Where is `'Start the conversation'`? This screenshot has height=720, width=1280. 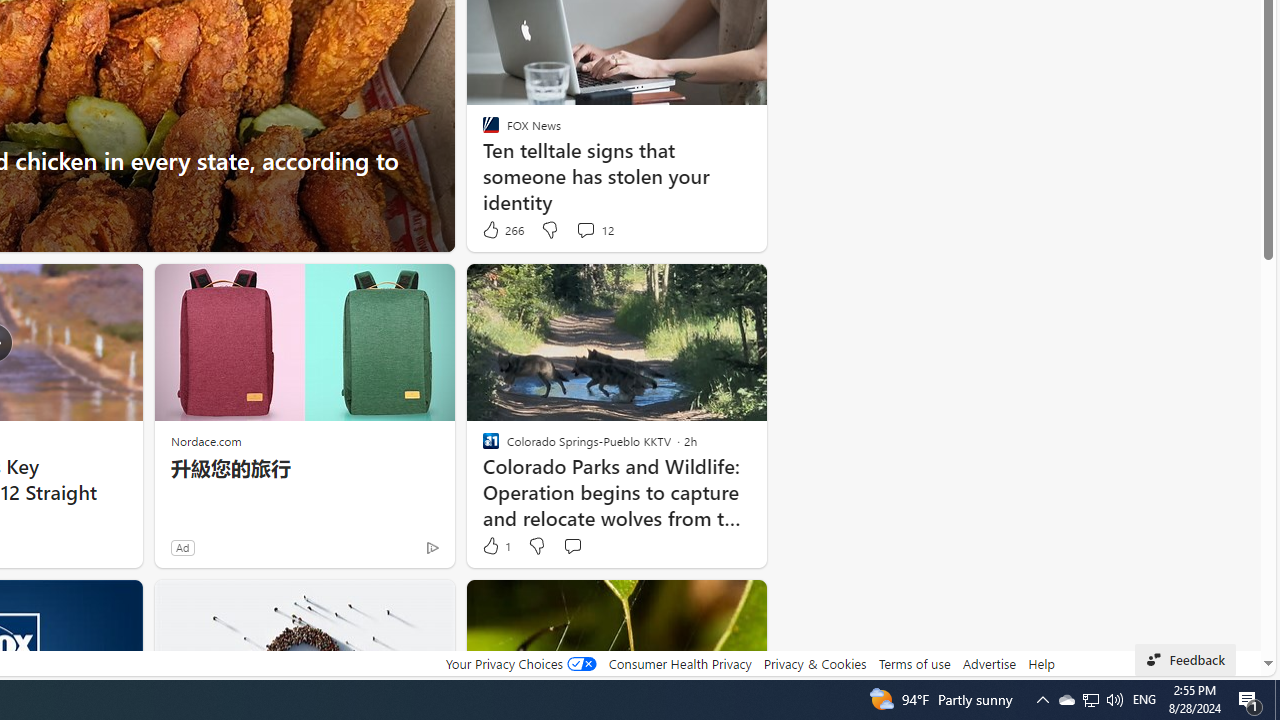
'Start the conversation' is located at coordinates (571, 545).